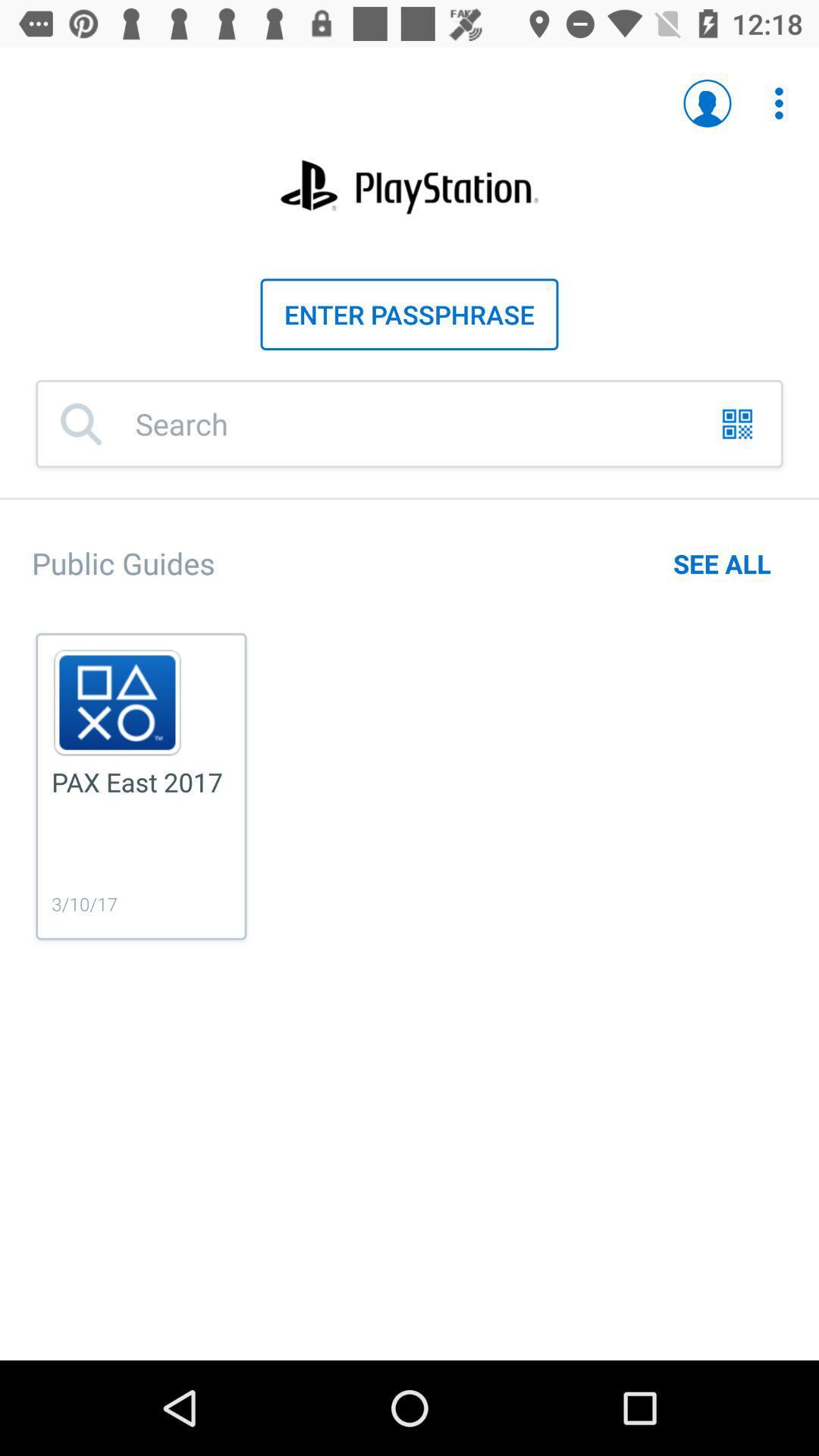  What do you see at coordinates (779, 102) in the screenshot?
I see `the more icon` at bounding box center [779, 102].